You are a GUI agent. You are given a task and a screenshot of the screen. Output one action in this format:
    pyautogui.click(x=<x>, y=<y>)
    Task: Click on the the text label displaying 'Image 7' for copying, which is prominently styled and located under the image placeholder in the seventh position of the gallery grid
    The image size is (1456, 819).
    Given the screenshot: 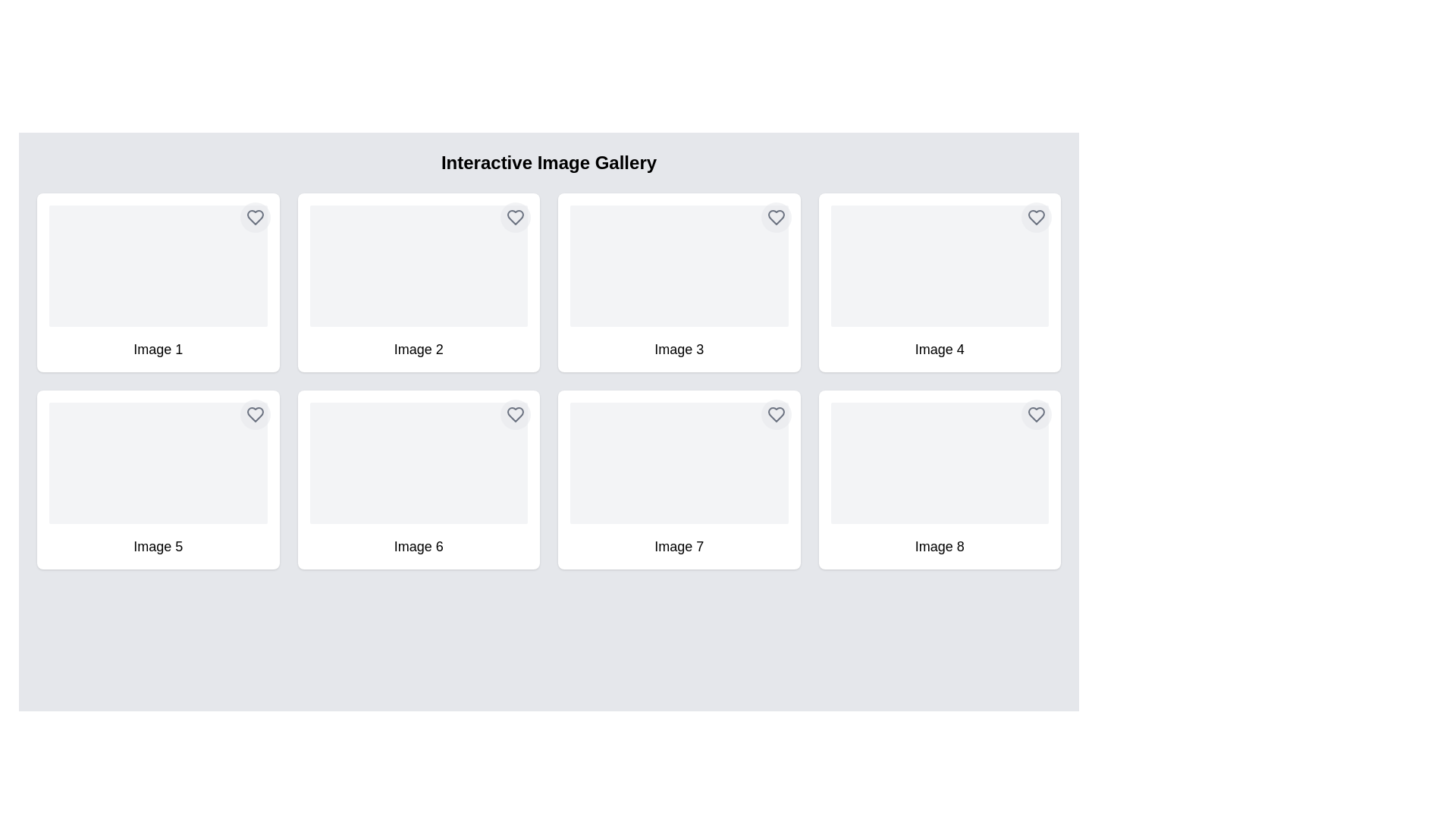 What is the action you would take?
    pyautogui.click(x=678, y=547)
    